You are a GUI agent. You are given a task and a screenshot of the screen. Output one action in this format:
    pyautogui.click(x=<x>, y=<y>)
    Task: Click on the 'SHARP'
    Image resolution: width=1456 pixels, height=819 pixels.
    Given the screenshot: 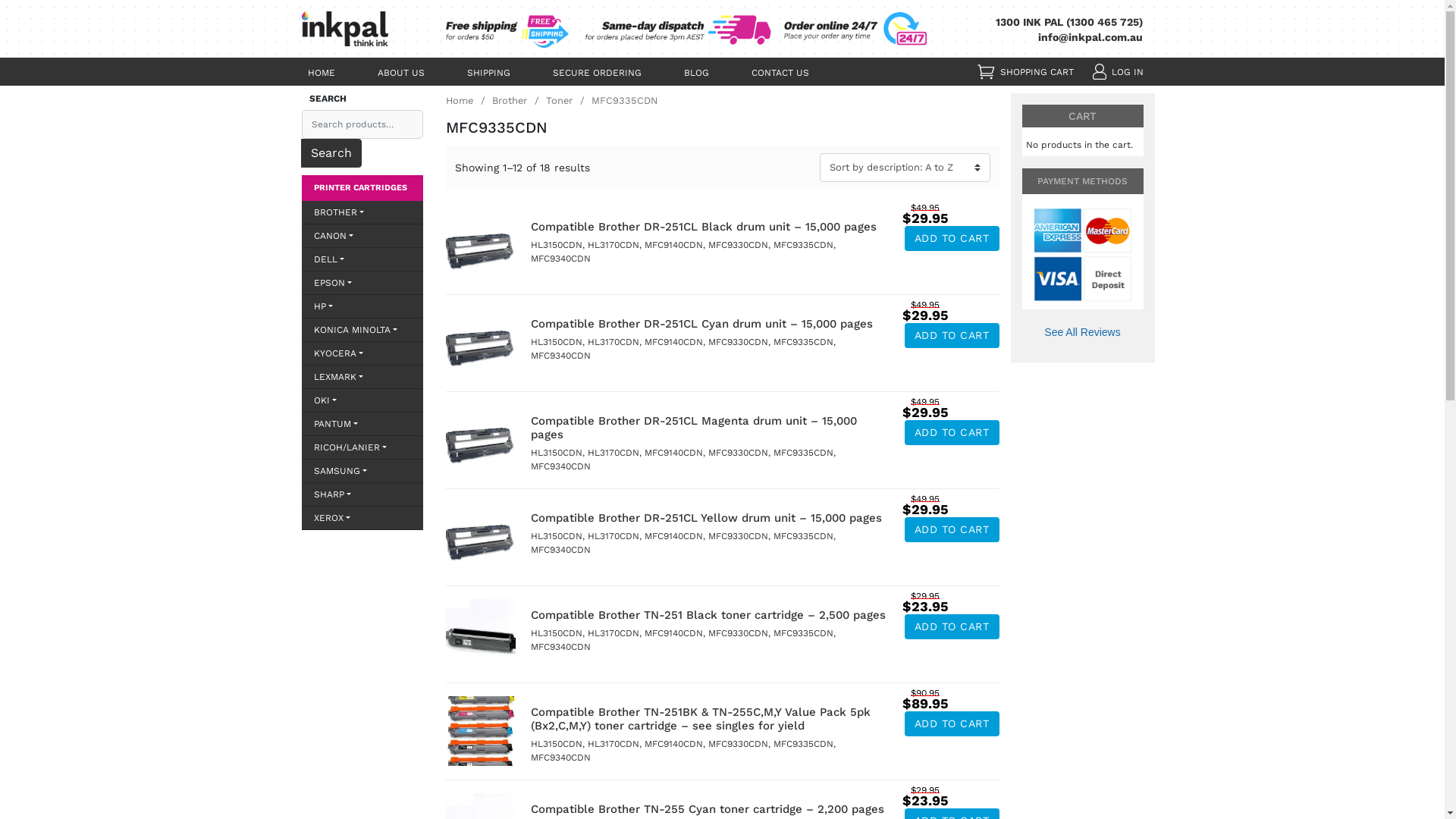 What is the action you would take?
    pyautogui.click(x=362, y=494)
    